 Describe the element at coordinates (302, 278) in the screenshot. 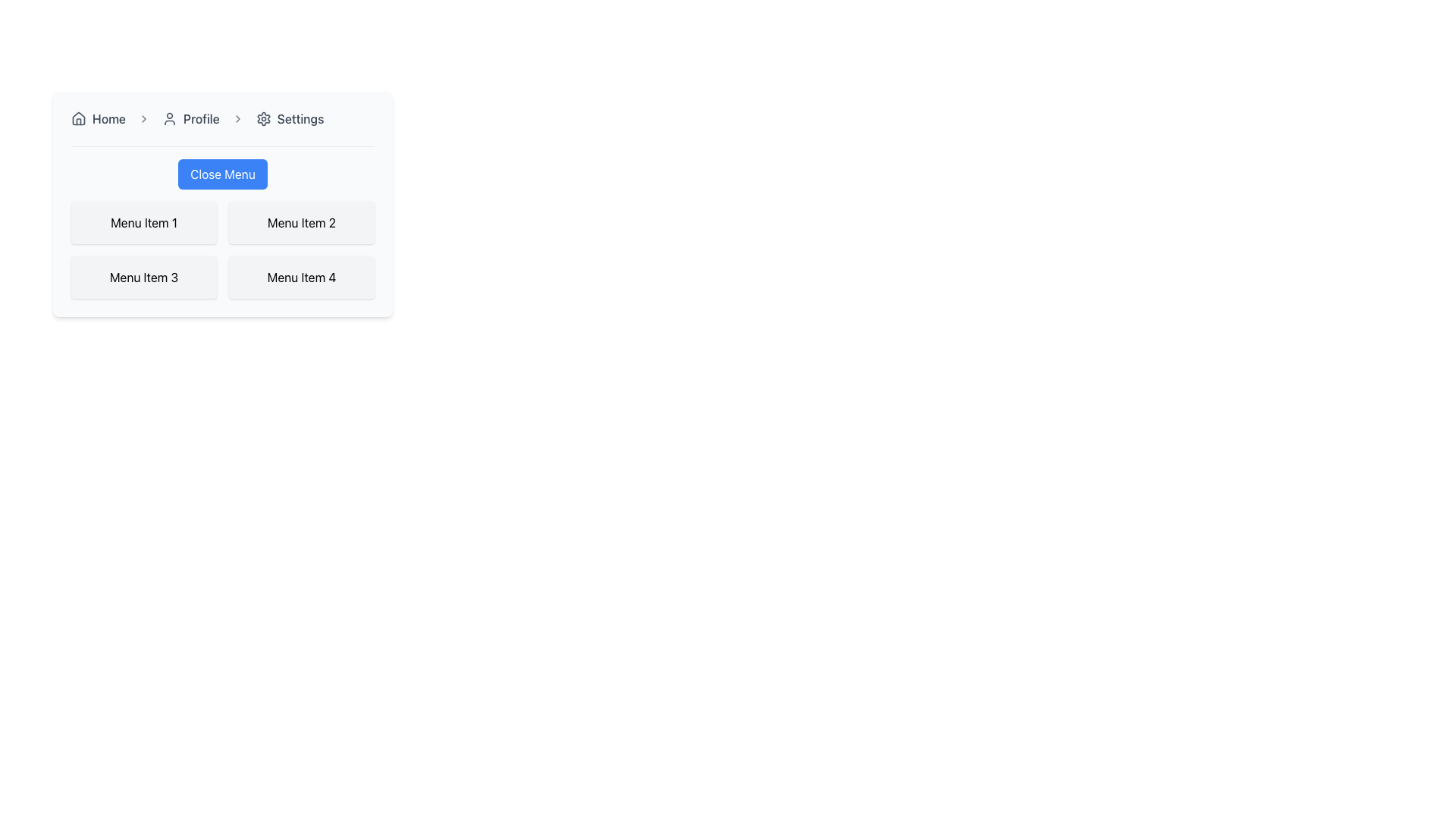

I see `the static display card labeled 'Menu Item 4', which features a light gray background and rounded corners, located in the bottom-right quadrant of the grid` at that location.